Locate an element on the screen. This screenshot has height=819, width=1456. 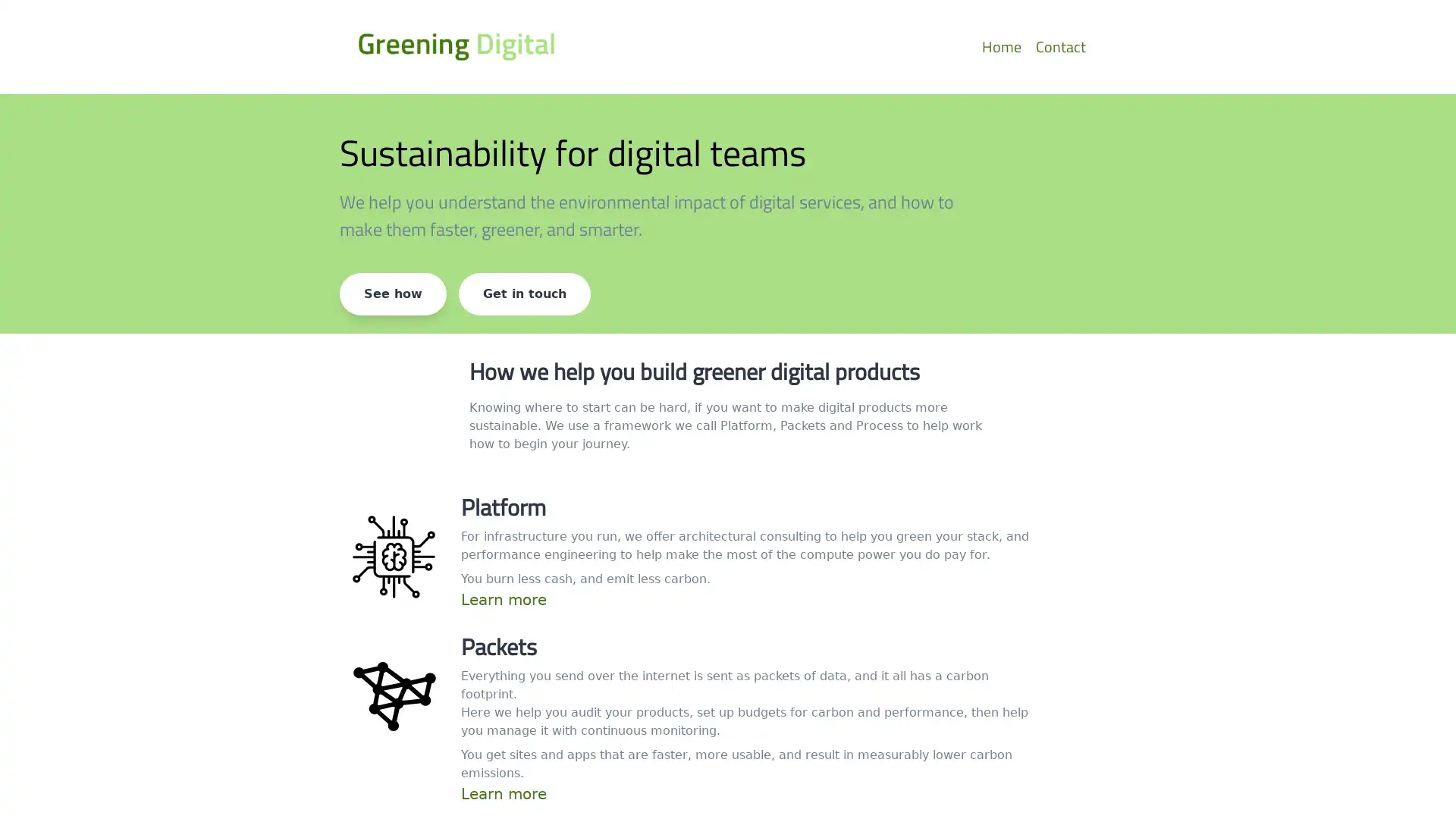
Get in touch is located at coordinates (524, 294).